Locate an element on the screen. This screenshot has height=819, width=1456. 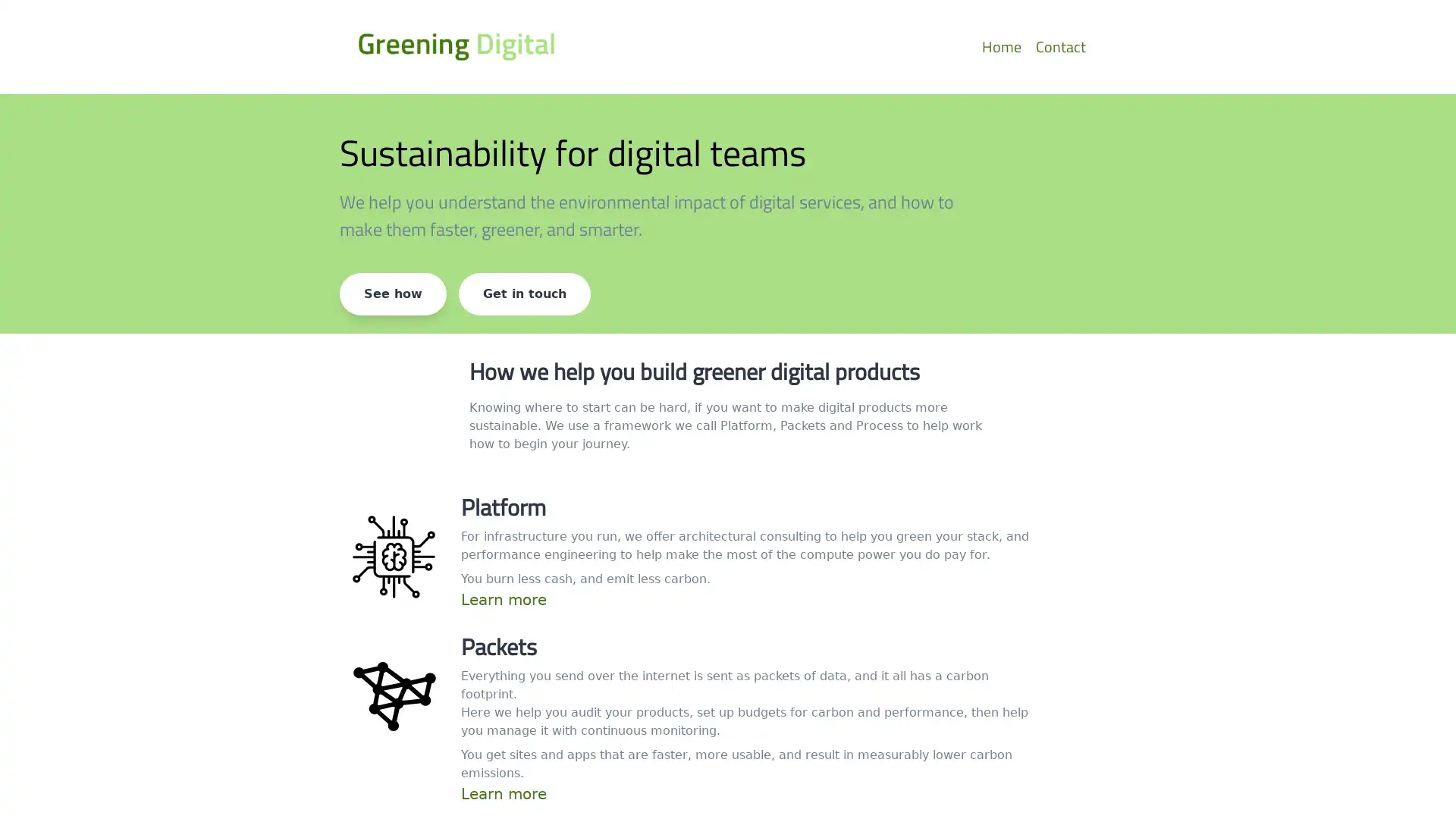
Get in touch is located at coordinates (524, 294).